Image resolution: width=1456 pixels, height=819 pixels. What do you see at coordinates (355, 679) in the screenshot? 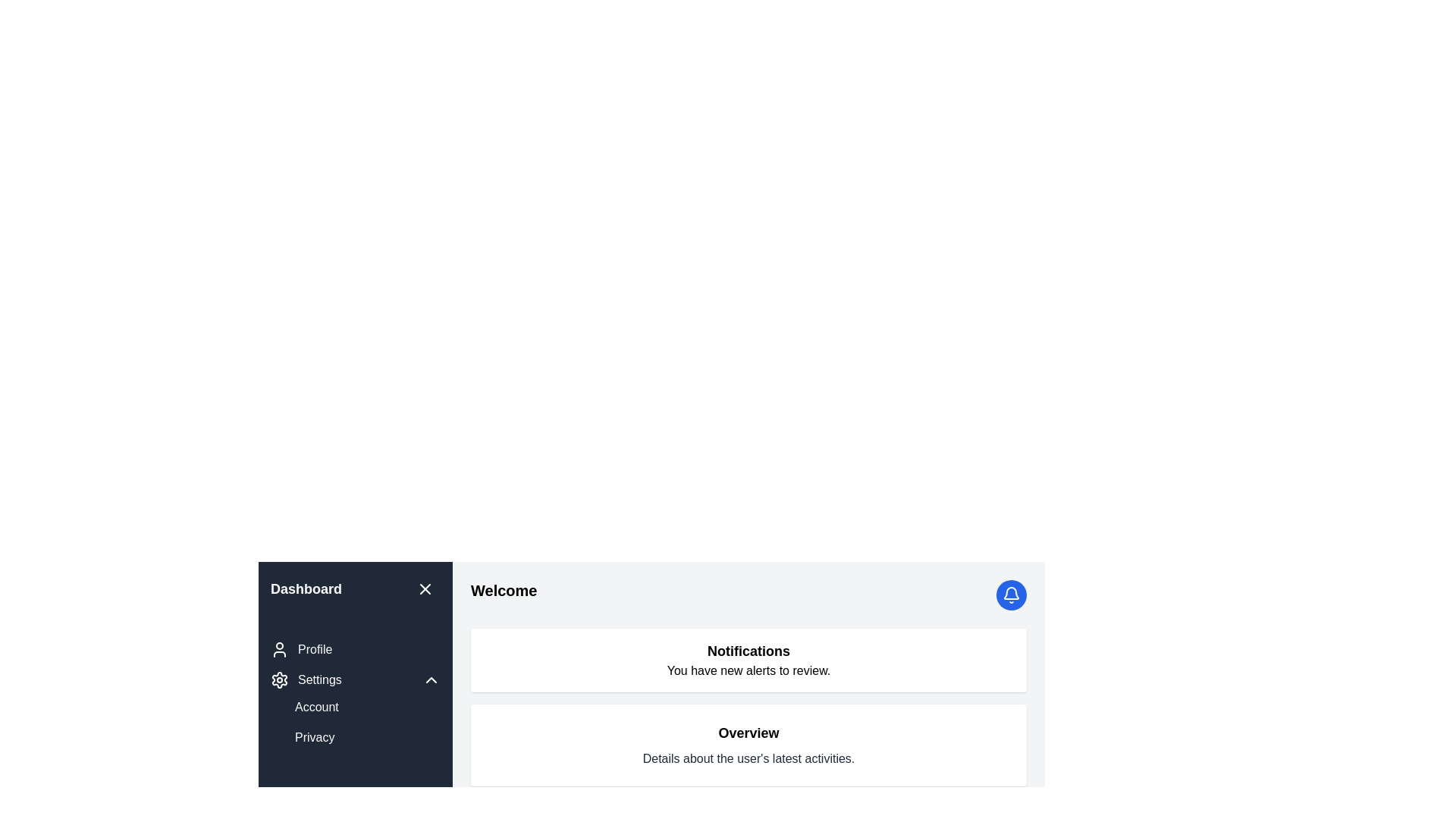
I see `the 'Settings' button in the menu` at bounding box center [355, 679].